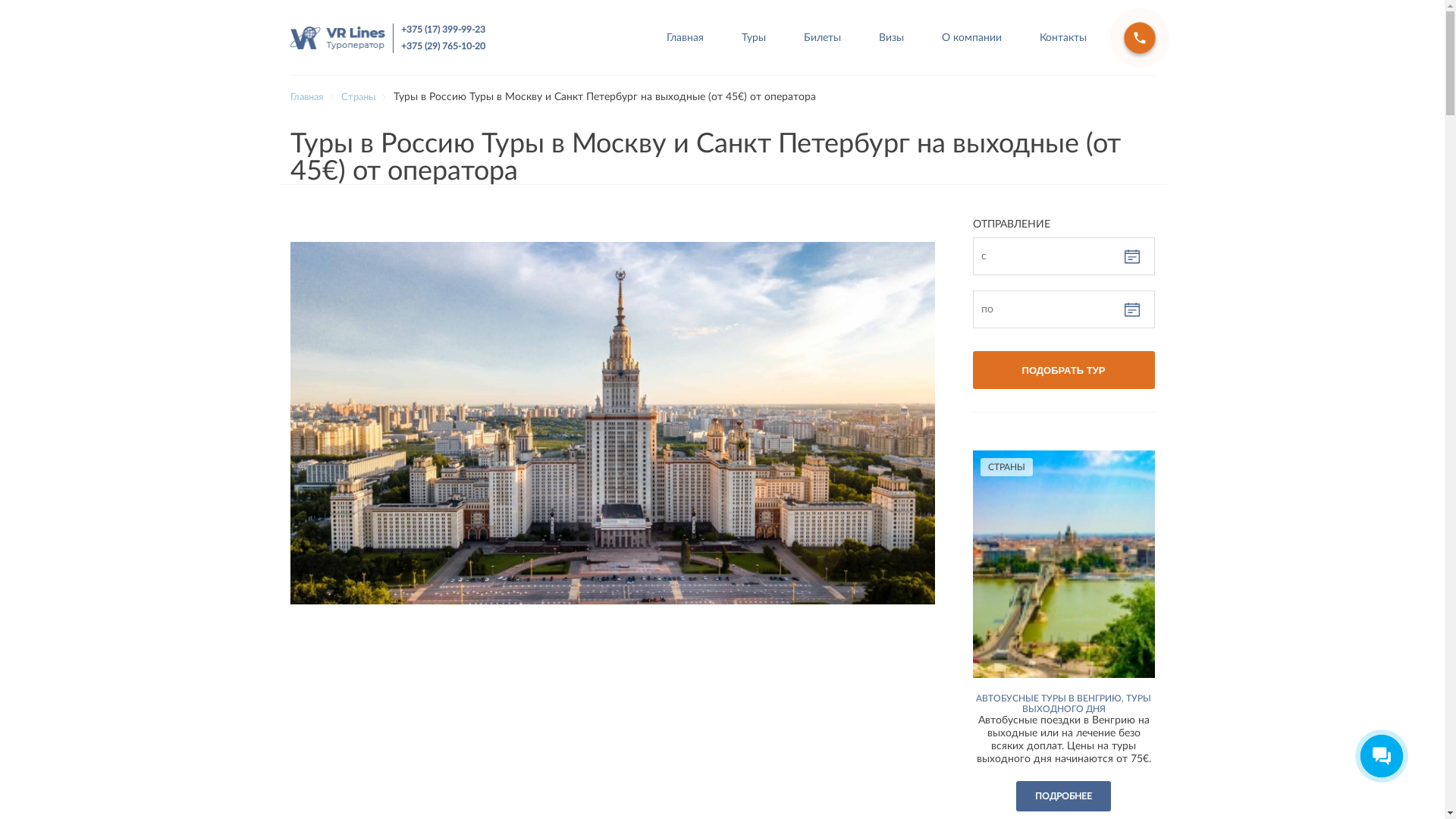  Describe the element at coordinates (400, 45) in the screenshot. I see `'+375 (29) 765-10-20'` at that location.